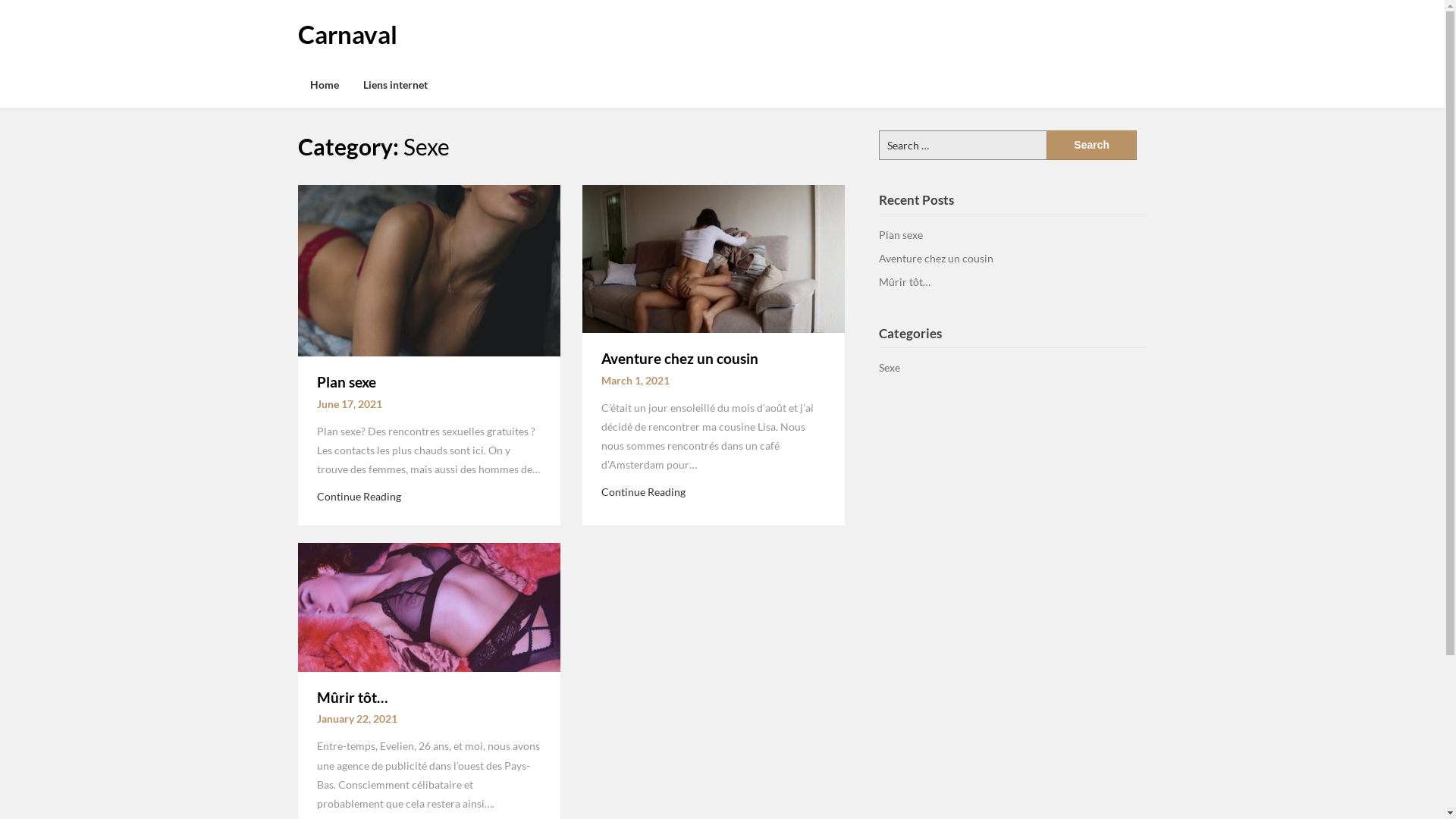 The image size is (1456, 819). What do you see at coordinates (345, 381) in the screenshot?
I see `'Plan sexe'` at bounding box center [345, 381].